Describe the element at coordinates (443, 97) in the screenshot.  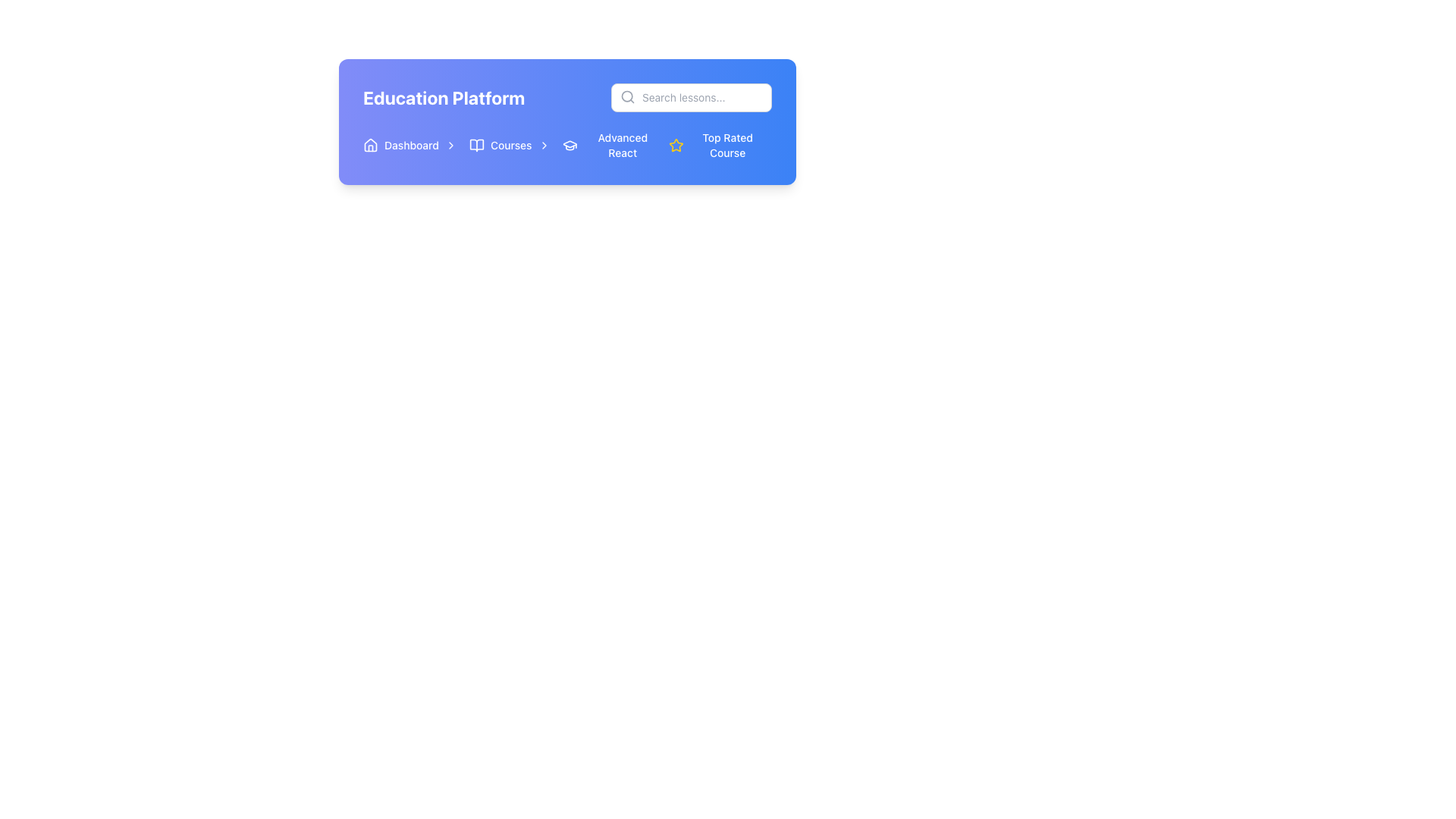
I see `the Static Text element displaying 'Education Platform' in bold white font on a blue background, located at the upper left side of the header section` at that location.